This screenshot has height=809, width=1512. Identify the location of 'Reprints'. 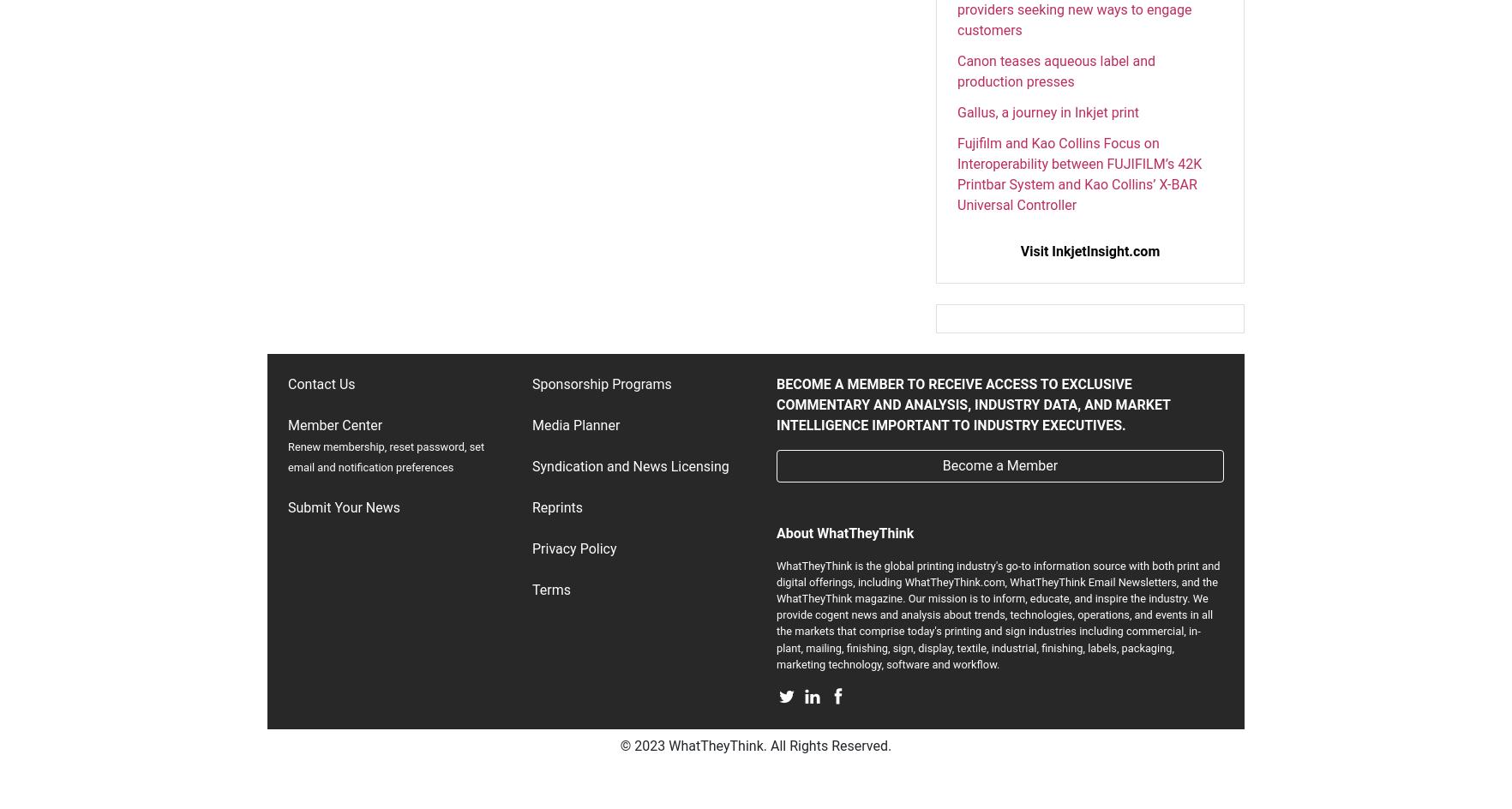
(557, 506).